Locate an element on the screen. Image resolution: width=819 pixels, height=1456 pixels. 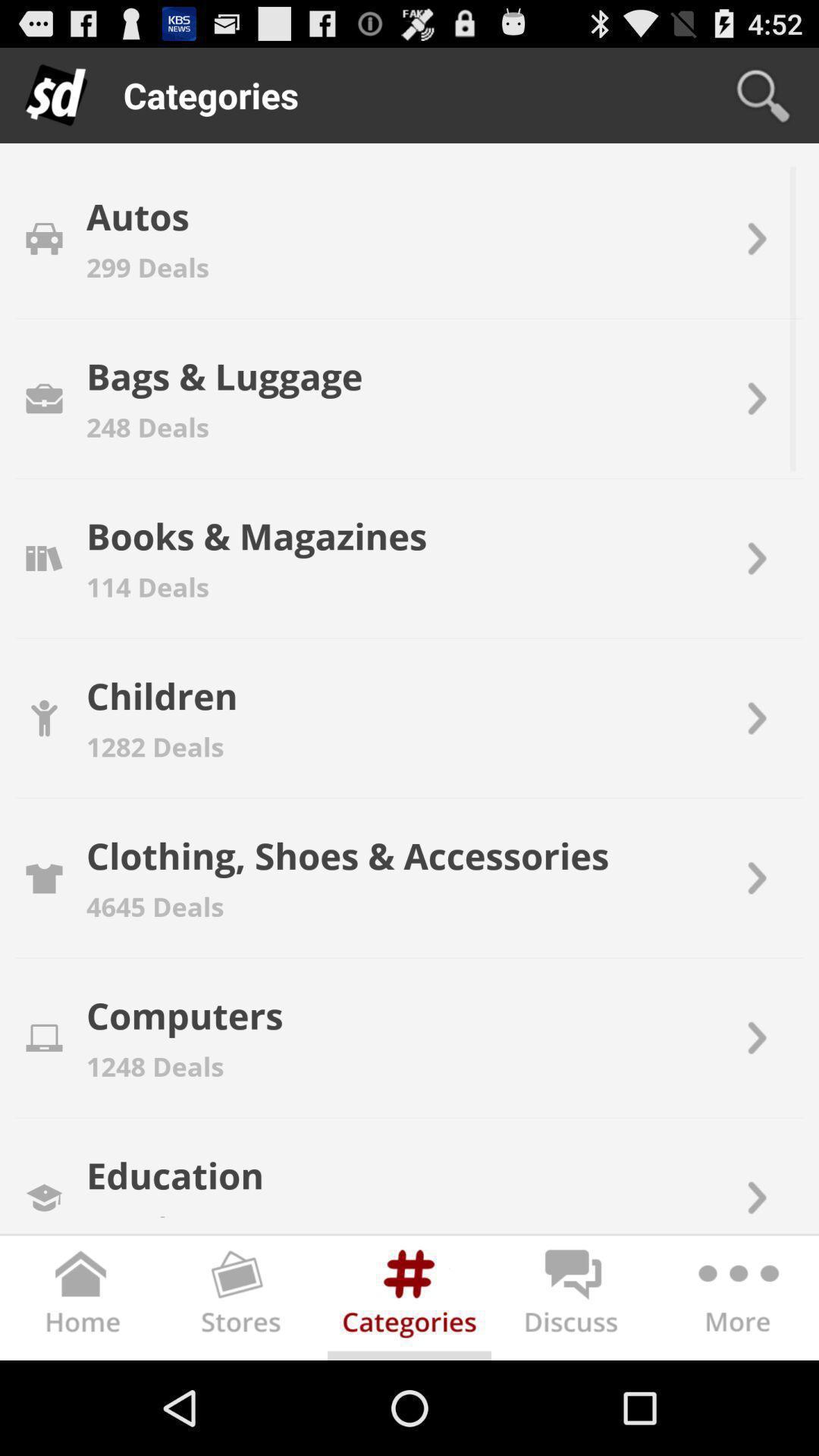
the home icon is located at coordinates (82, 1392).